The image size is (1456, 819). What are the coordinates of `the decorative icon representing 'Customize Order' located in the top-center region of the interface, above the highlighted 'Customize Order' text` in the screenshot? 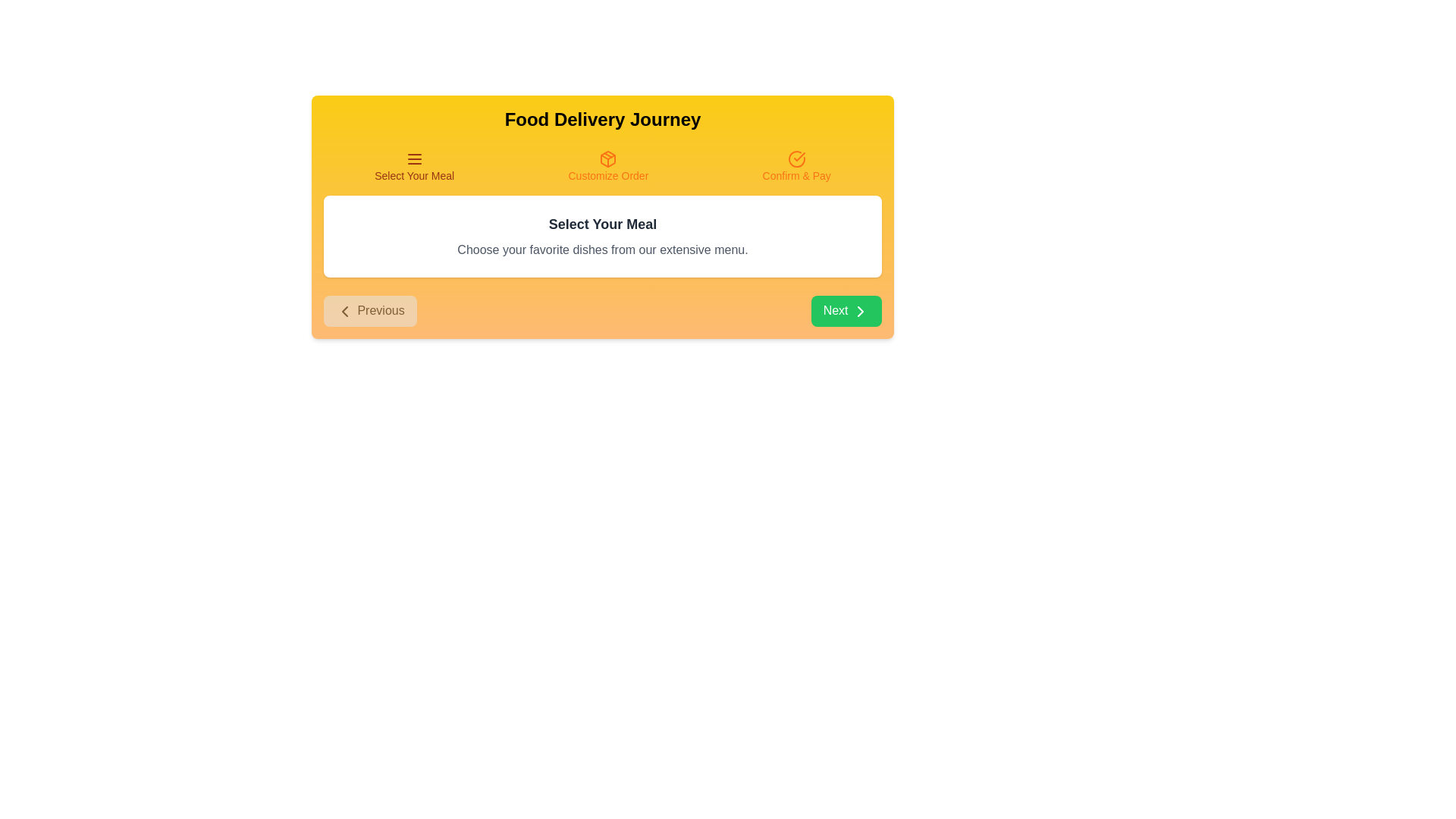 It's located at (608, 158).